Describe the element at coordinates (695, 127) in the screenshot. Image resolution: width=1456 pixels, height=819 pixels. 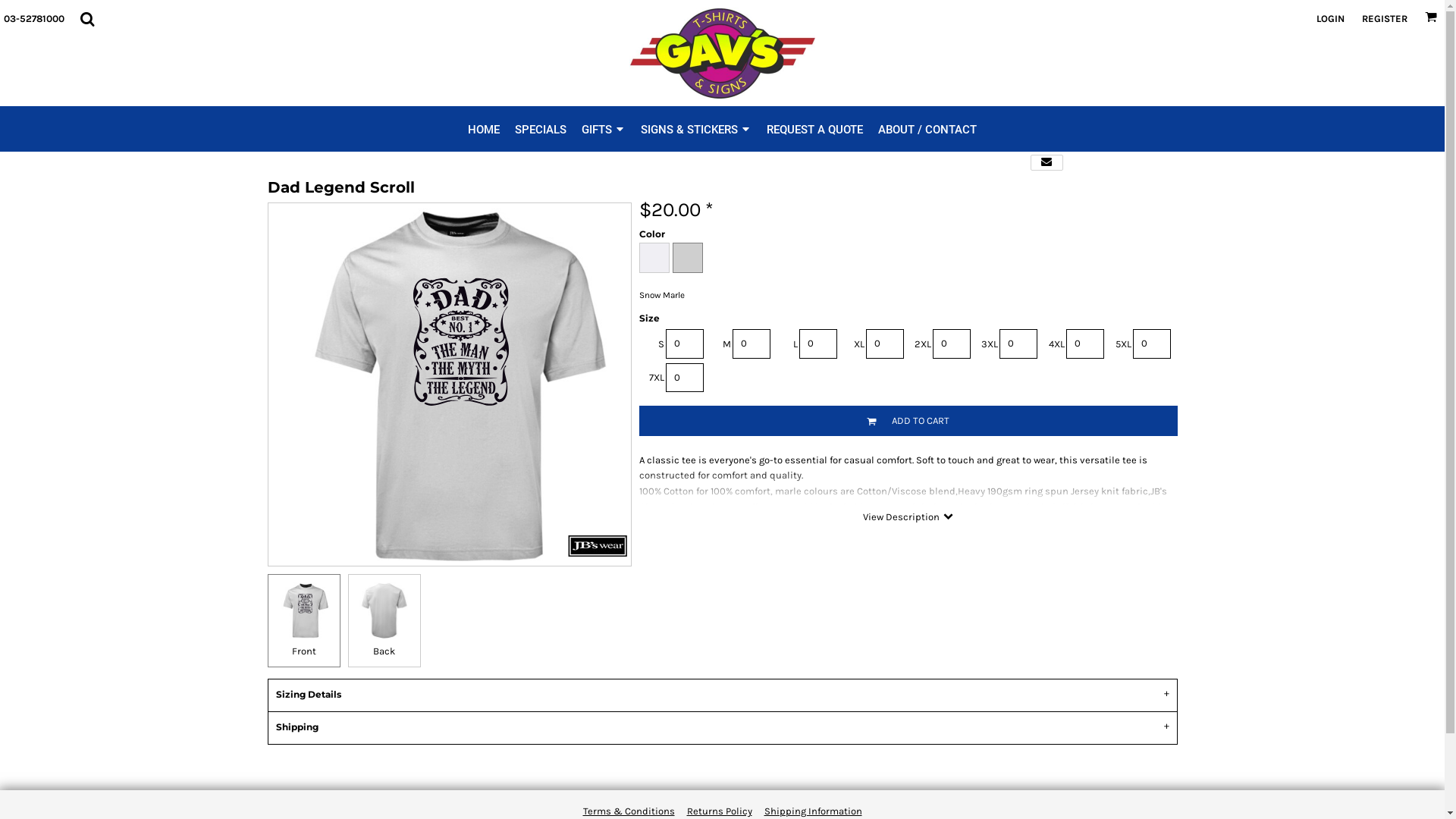
I see `'SIGNS & STICKERS'` at that location.